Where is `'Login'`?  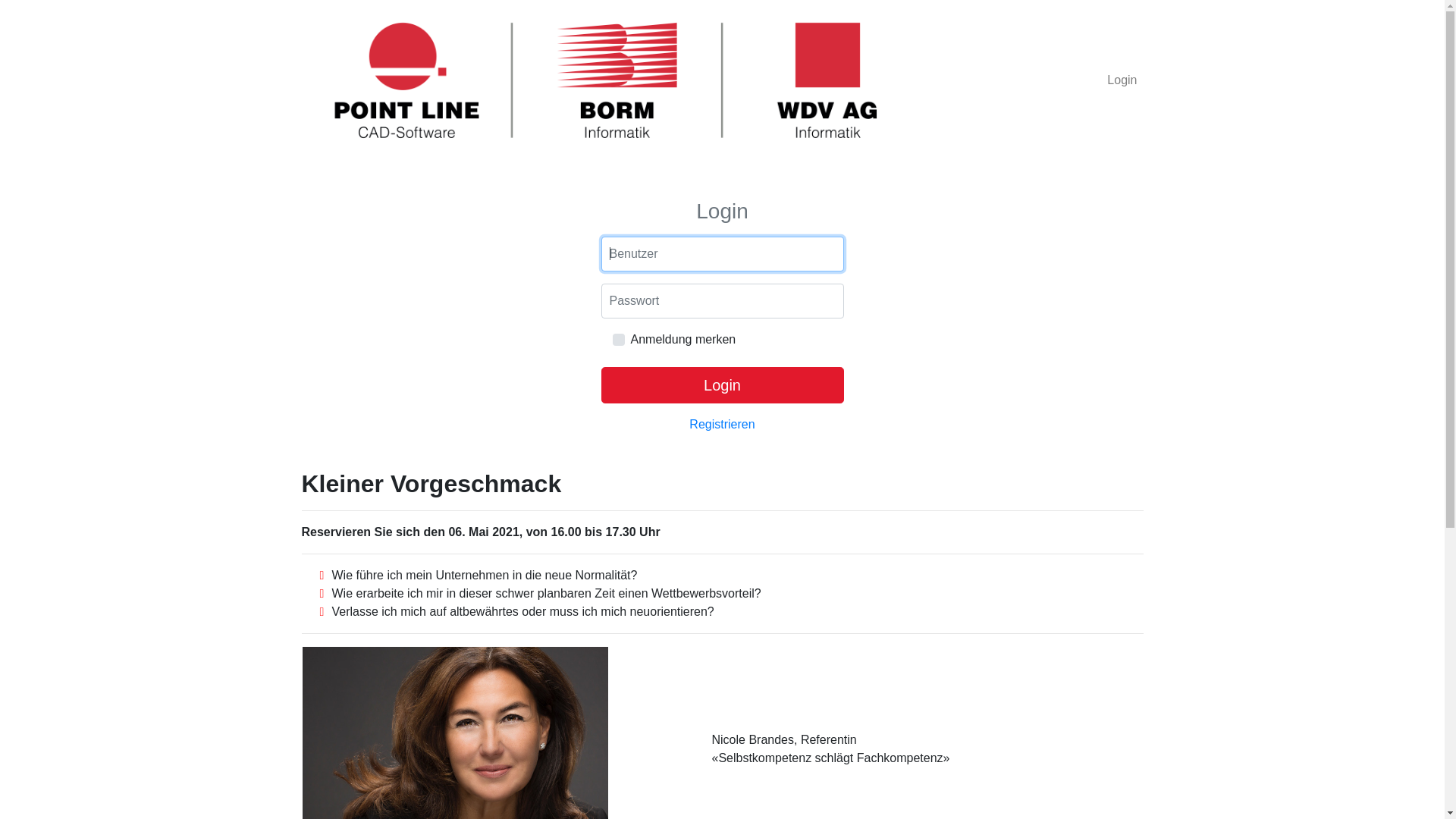 'Login' is located at coordinates (1122, 80).